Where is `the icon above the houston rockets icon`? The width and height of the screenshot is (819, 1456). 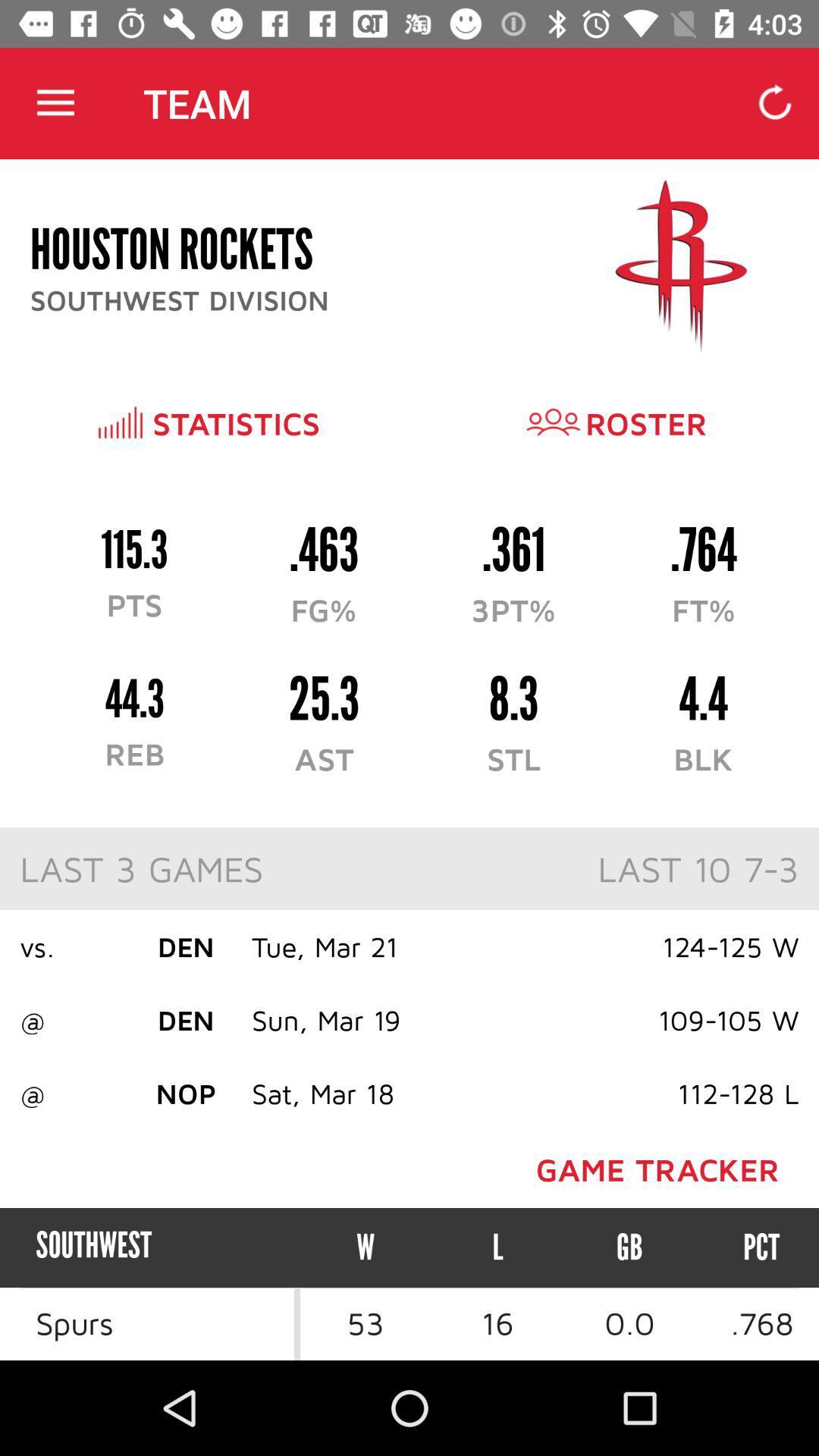
the icon above the houston rockets icon is located at coordinates (55, 102).